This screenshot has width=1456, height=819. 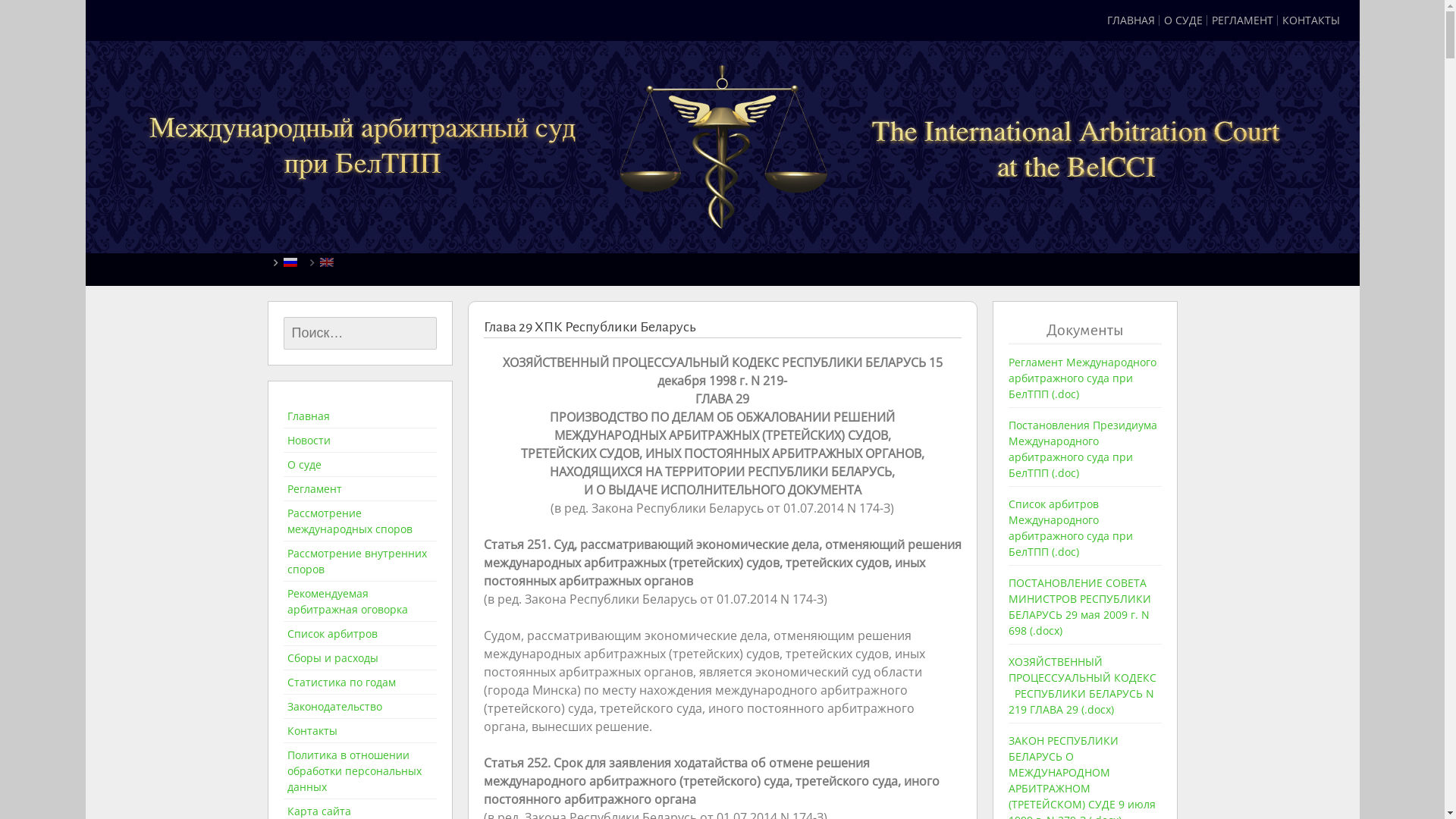 I want to click on 'English (en)', so click(x=326, y=260).